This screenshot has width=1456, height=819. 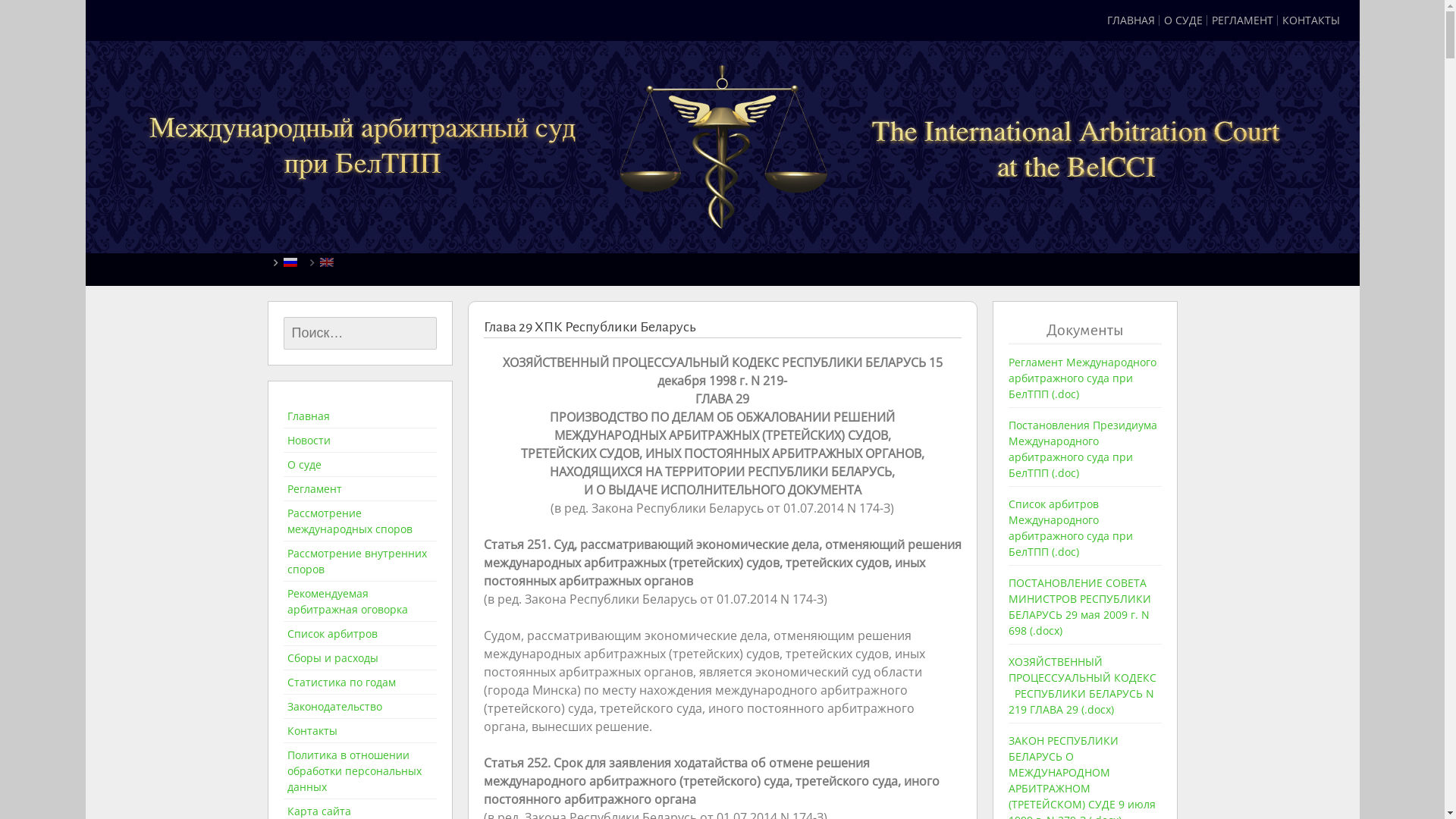 I want to click on 'English (en)', so click(x=326, y=260).